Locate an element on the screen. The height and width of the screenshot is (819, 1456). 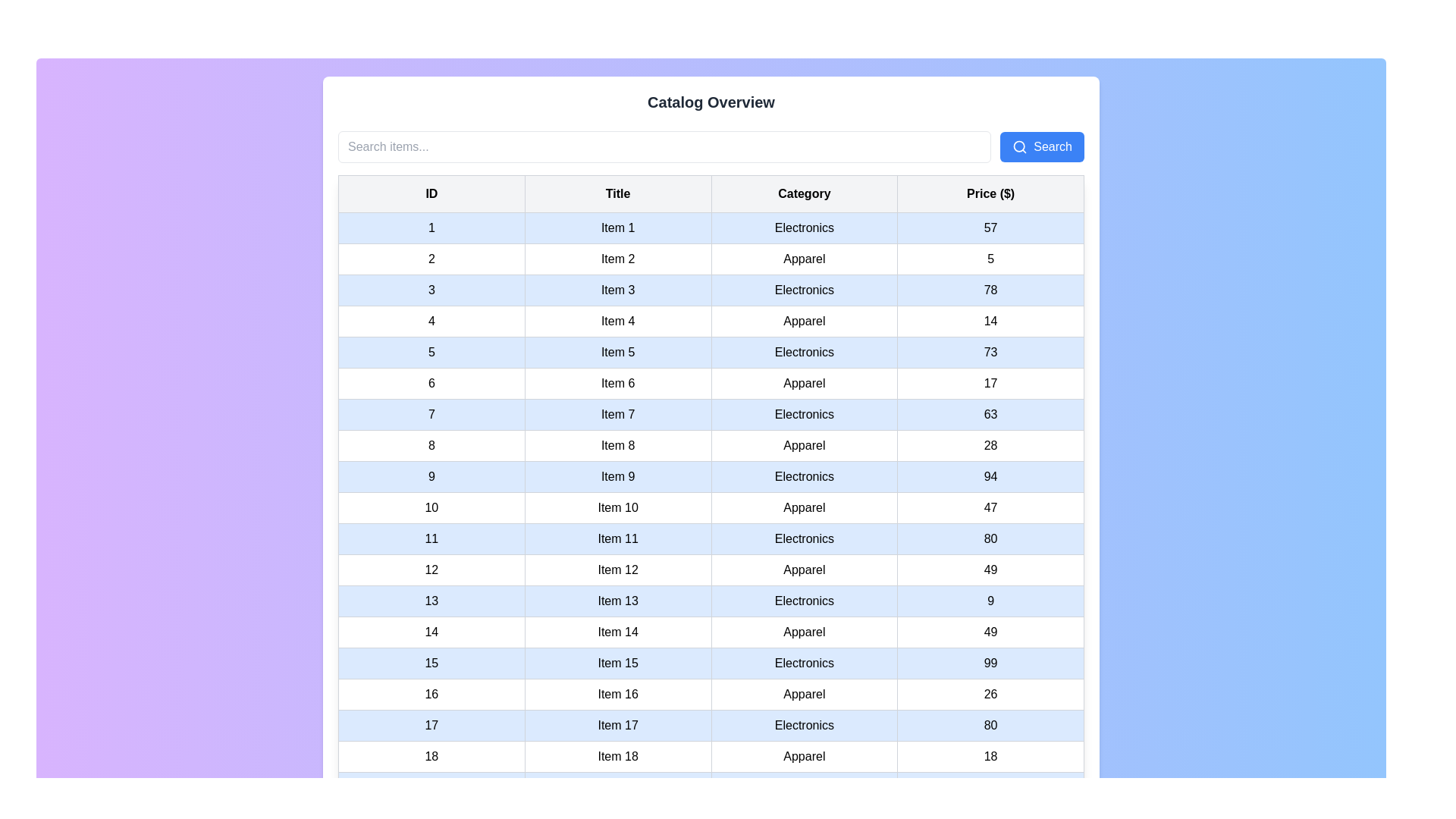
the table cell displaying 'Item 2' in the second column of the table under the 'Title' column, which is visually styled with padding and a gray border is located at coordinates (618, 259).